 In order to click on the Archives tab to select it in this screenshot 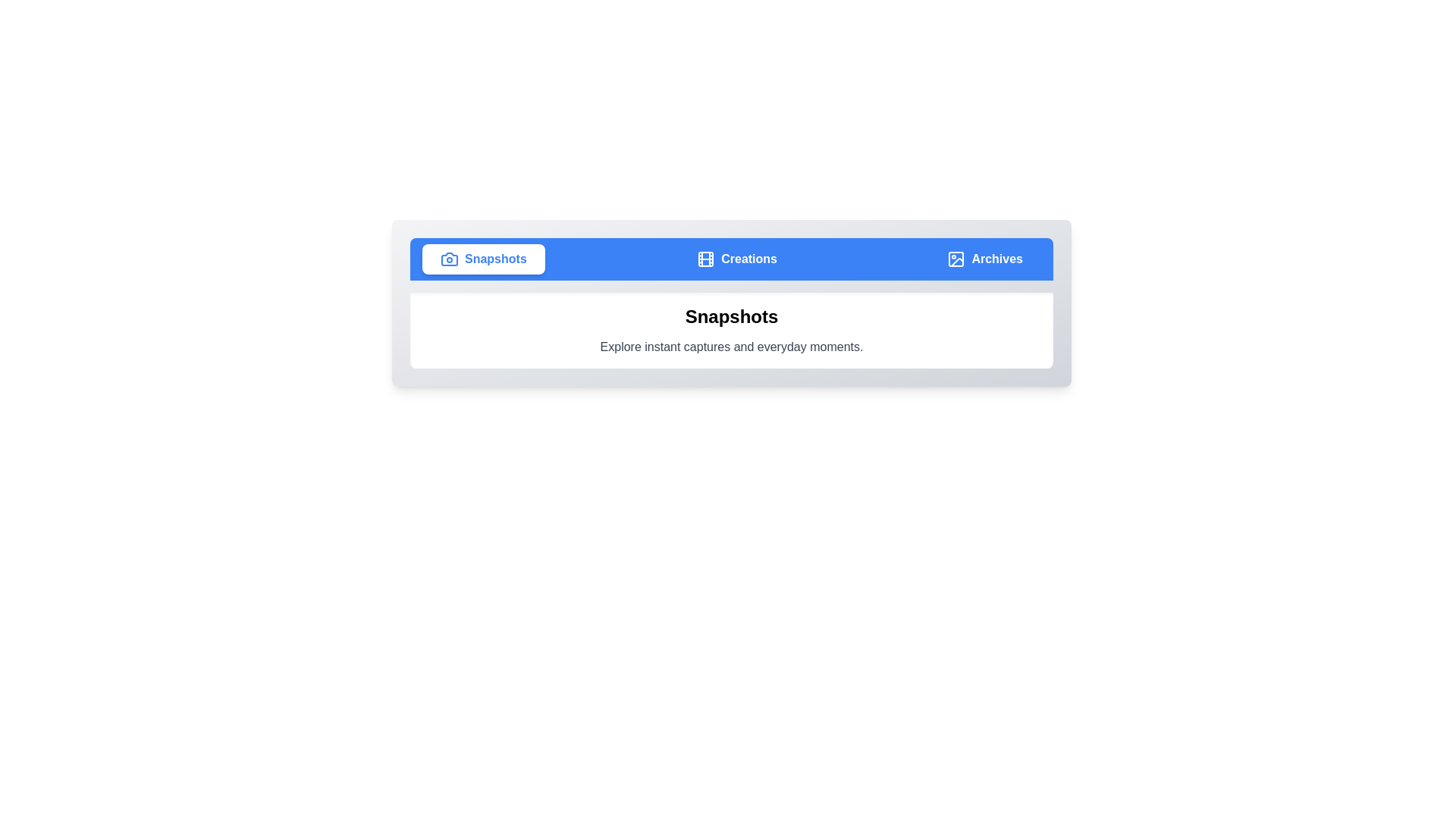, I will do `click(985, 259)`.